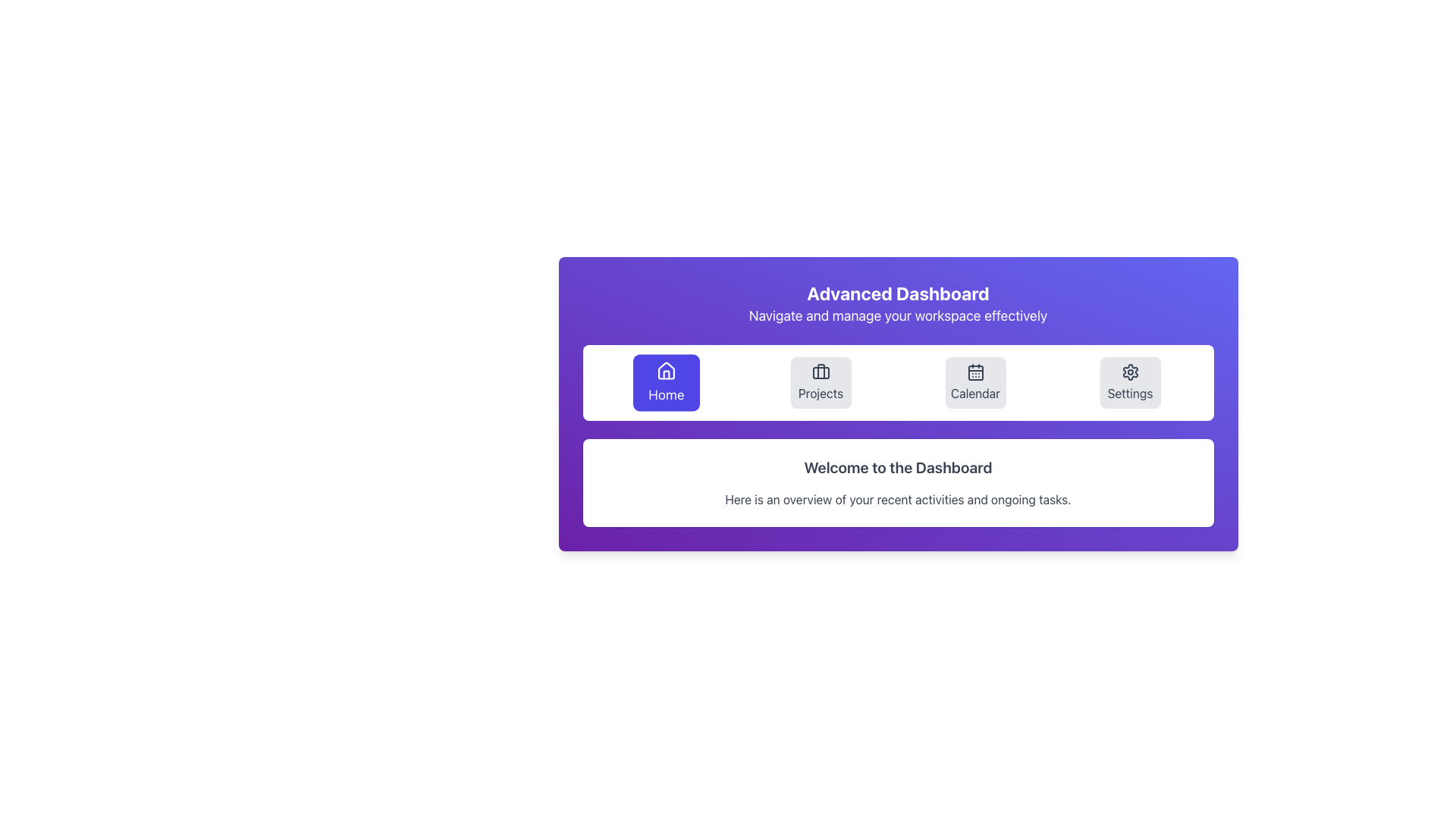 The height and width of the screenshot is (819, 1456). I want to click on text content of the 'Advanced Dashboard' Text Element, which displays 'Advanced Dashboard' and 'Navigate and manage your workspace effectively' on a gradient background, so click(898, 304).